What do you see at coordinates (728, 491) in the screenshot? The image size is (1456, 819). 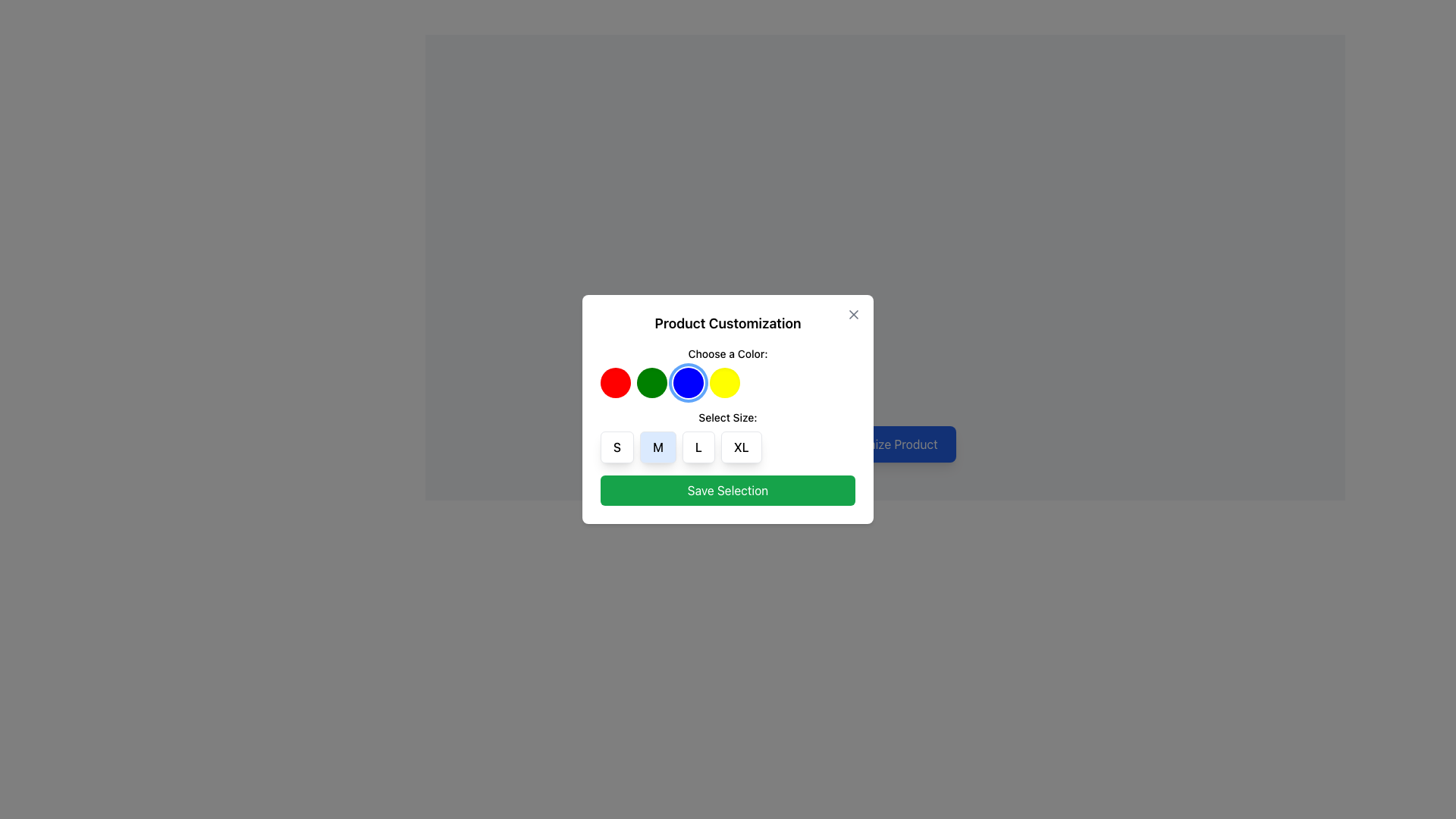 I see `the save button located at the bottom of the product customization modal to confirm and apply the user's selected color and size` at bounding box center [728, 491].